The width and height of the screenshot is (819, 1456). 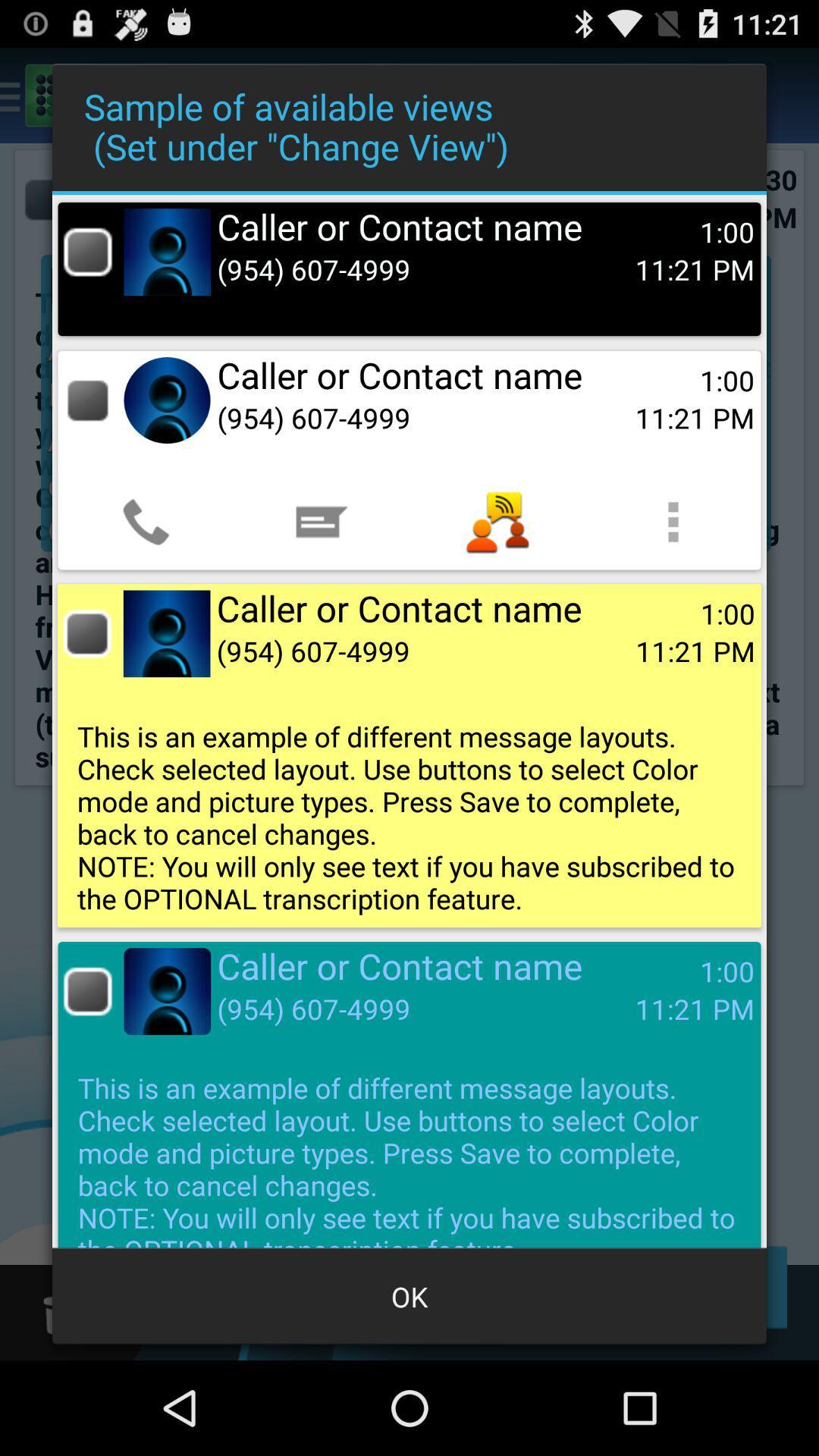 I want to click on check, so click(x=87, y=633).